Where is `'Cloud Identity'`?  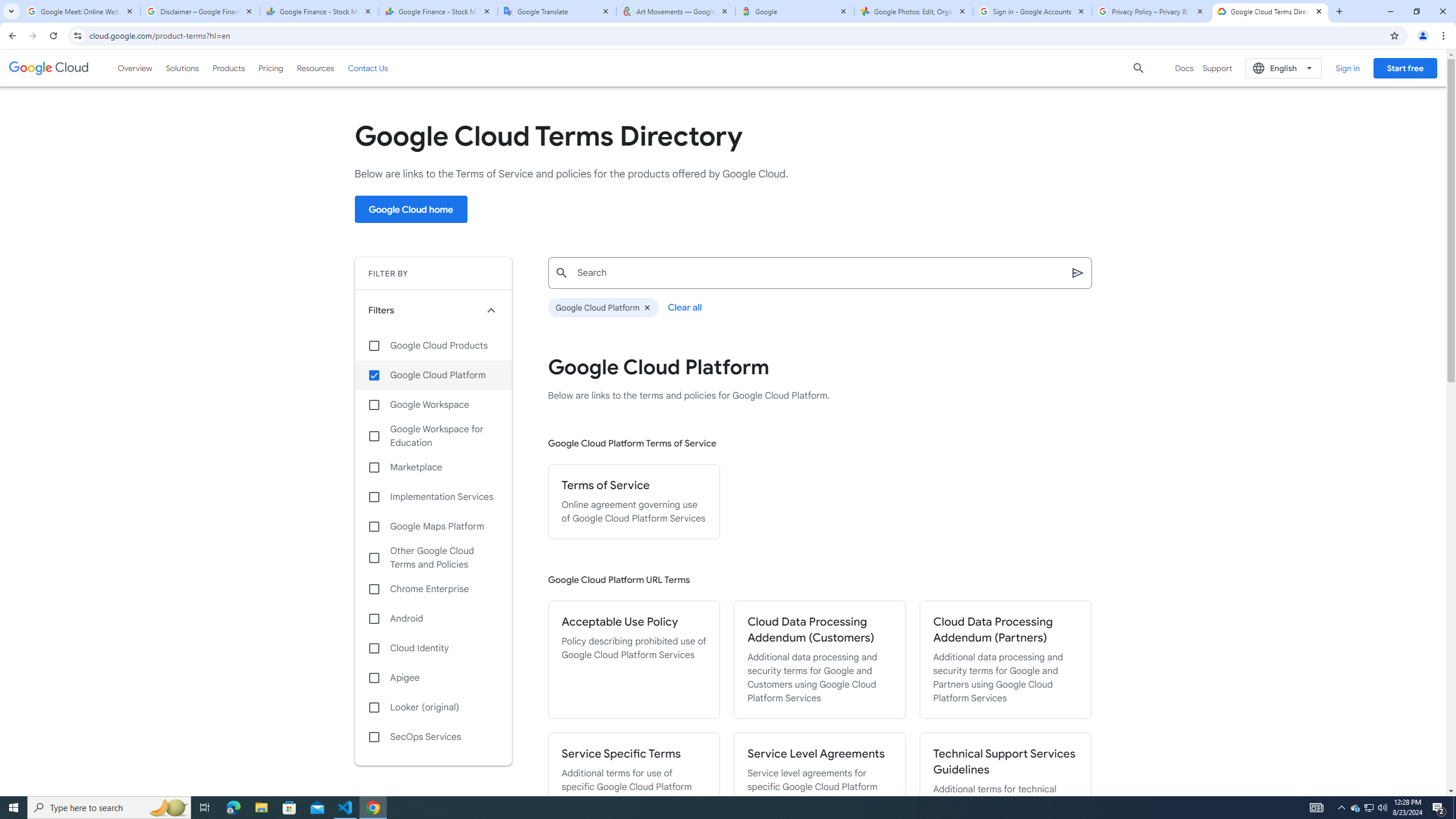 'Cloud Identity' is located at coordinates (433, 648).